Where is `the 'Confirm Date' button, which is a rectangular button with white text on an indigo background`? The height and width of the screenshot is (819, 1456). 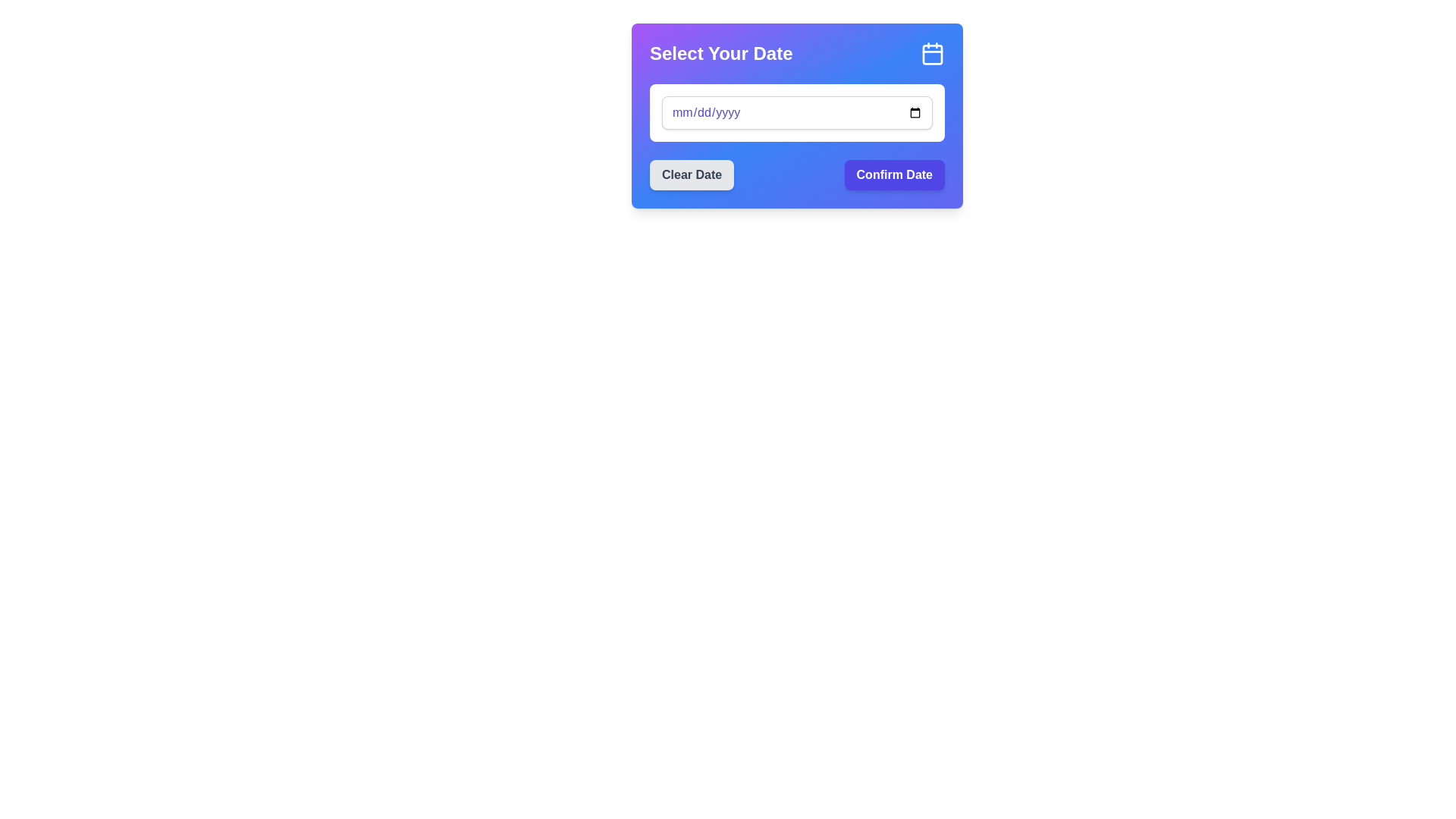 the 'Confirm Date' button, which is a rectangular button with white text on an indigo background is located at coordinates (894, 174).